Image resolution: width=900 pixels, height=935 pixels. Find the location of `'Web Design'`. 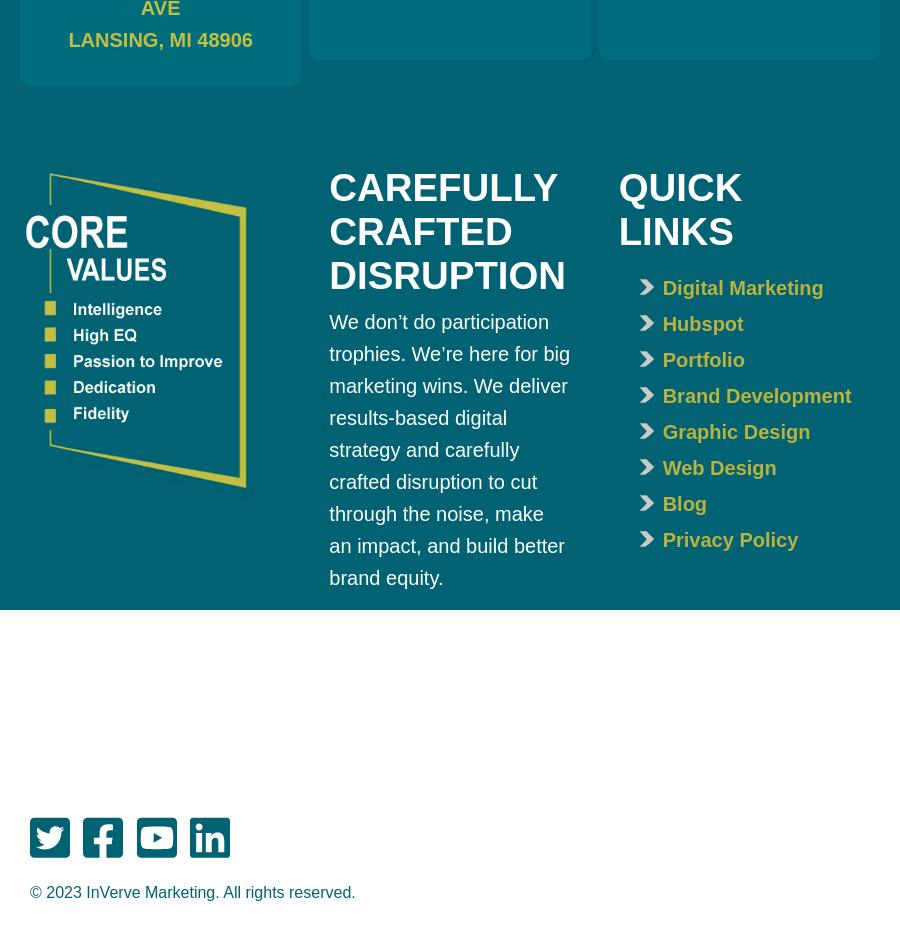

'Web Design' is located at coordinates (718, 466).